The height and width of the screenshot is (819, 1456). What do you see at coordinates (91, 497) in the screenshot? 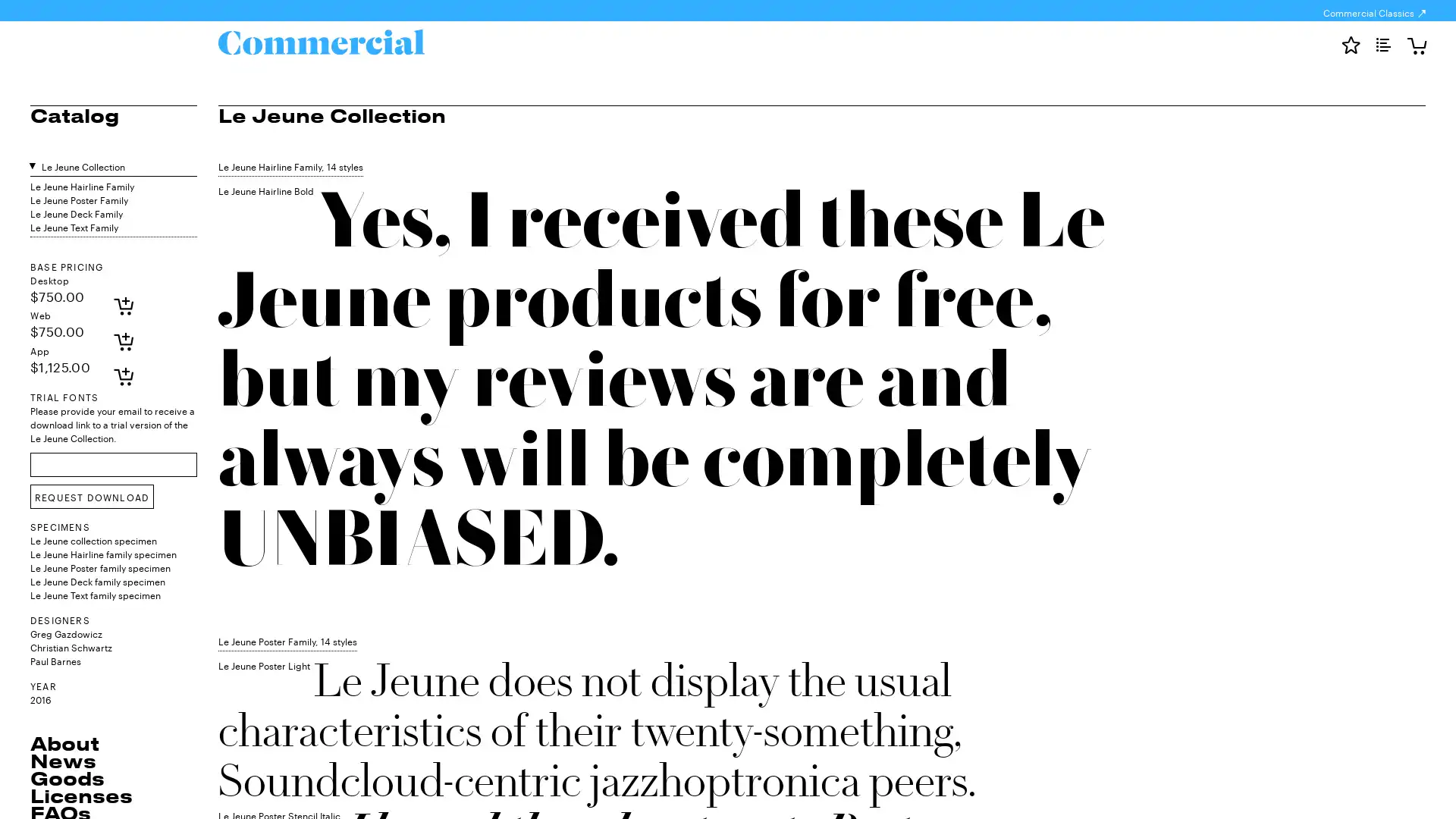
I see `REQUEST DOWNLOAD` at bounding box center [91, 497].